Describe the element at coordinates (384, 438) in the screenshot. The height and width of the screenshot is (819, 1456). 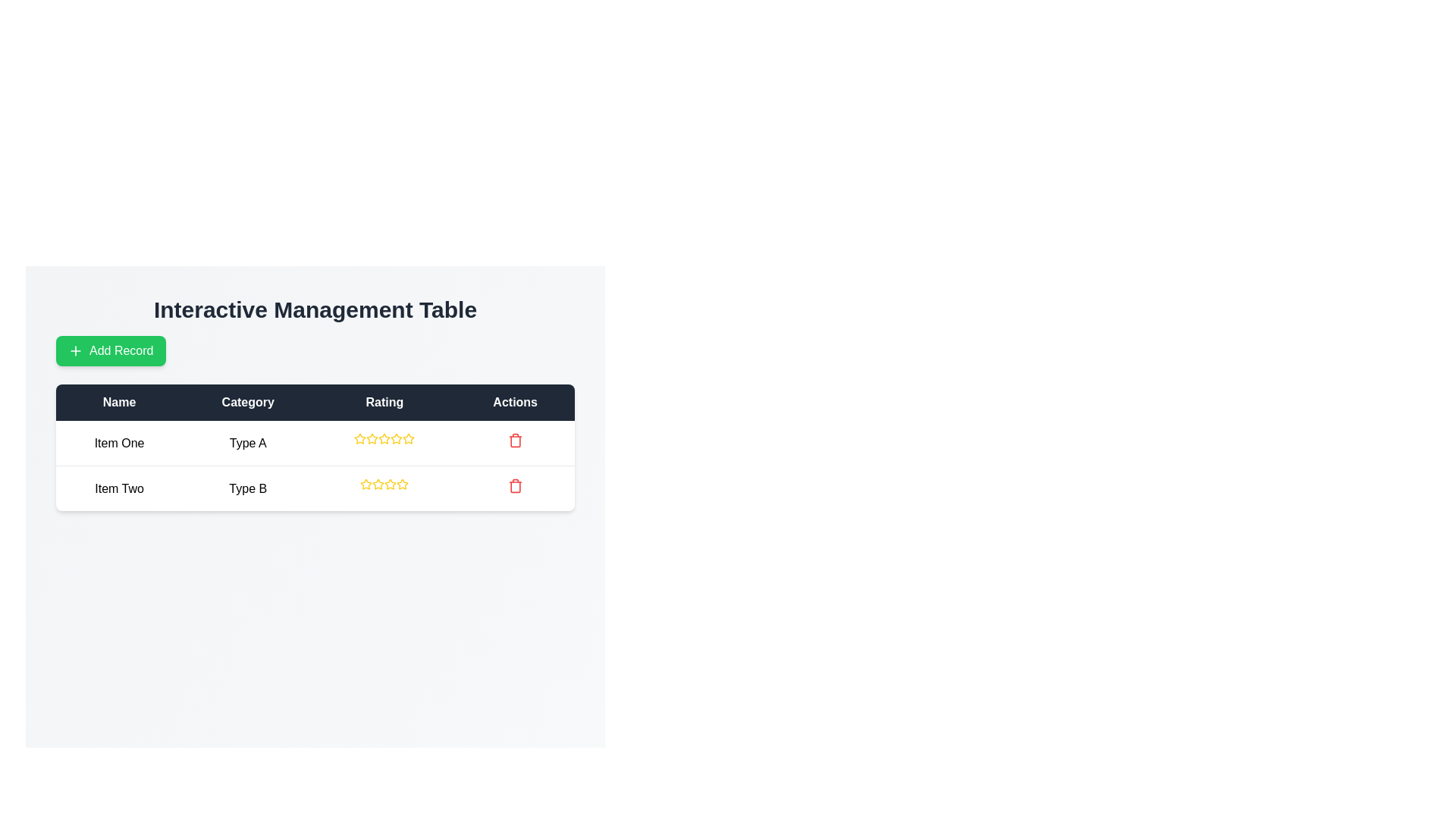
I see `the interactive star icons of the Rating component for 'Item One' in the first row and 'Type A' category` at that location.